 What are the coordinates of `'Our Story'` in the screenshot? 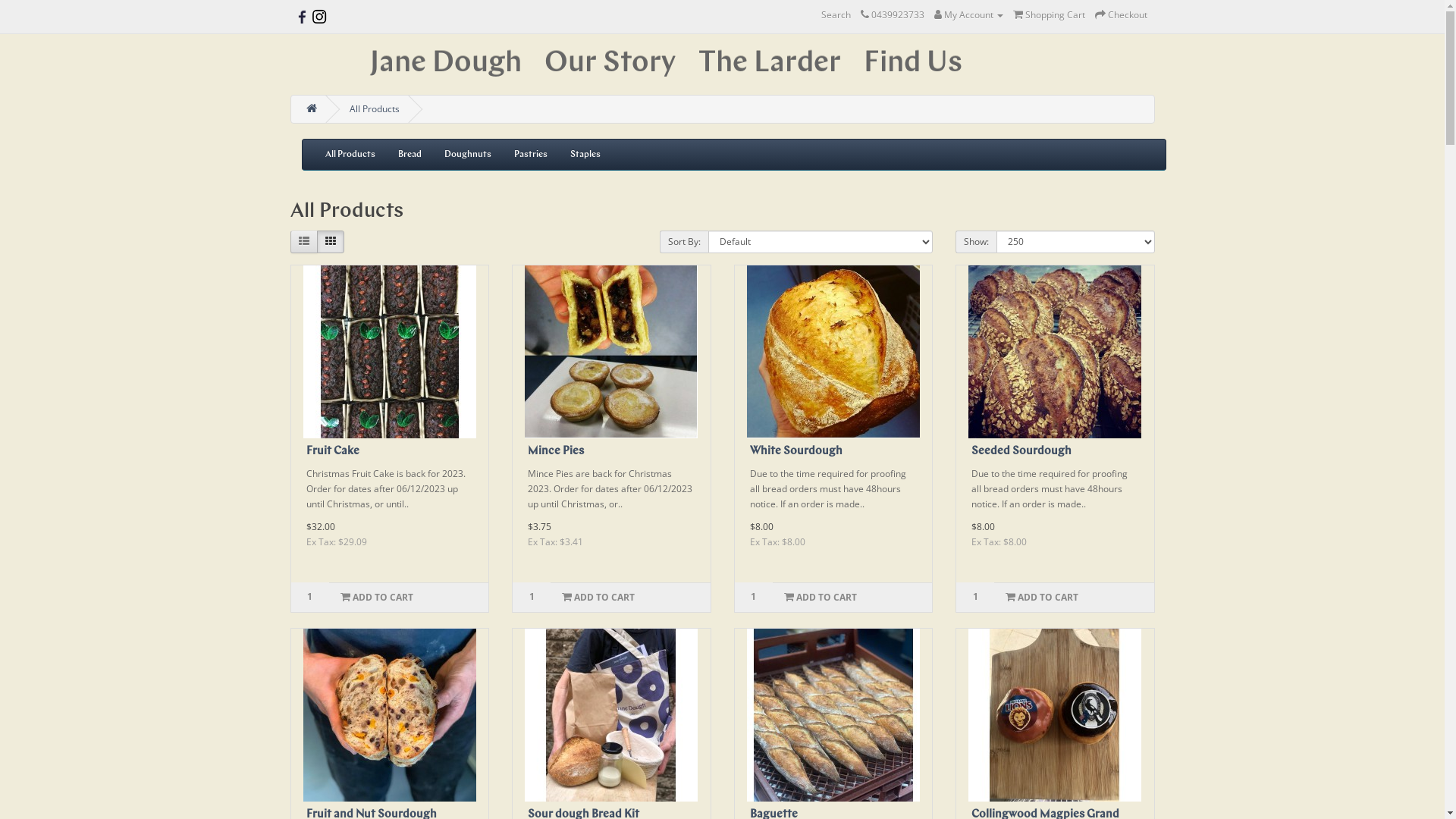 It's located at (609, 63).